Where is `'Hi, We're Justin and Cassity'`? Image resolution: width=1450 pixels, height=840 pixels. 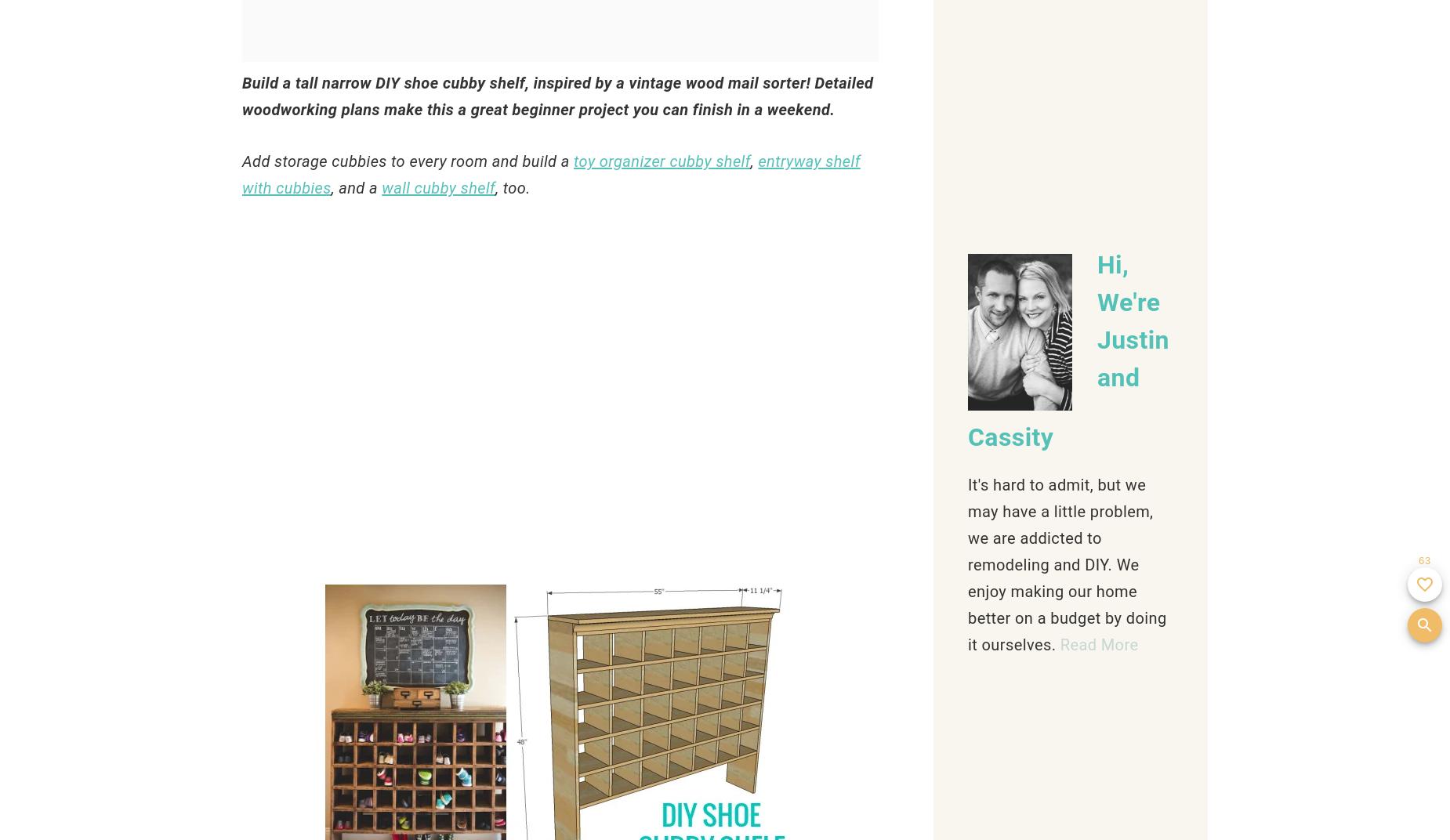 'Hi, We're Justin and Cassity' is located at coordinates (1068, 349).